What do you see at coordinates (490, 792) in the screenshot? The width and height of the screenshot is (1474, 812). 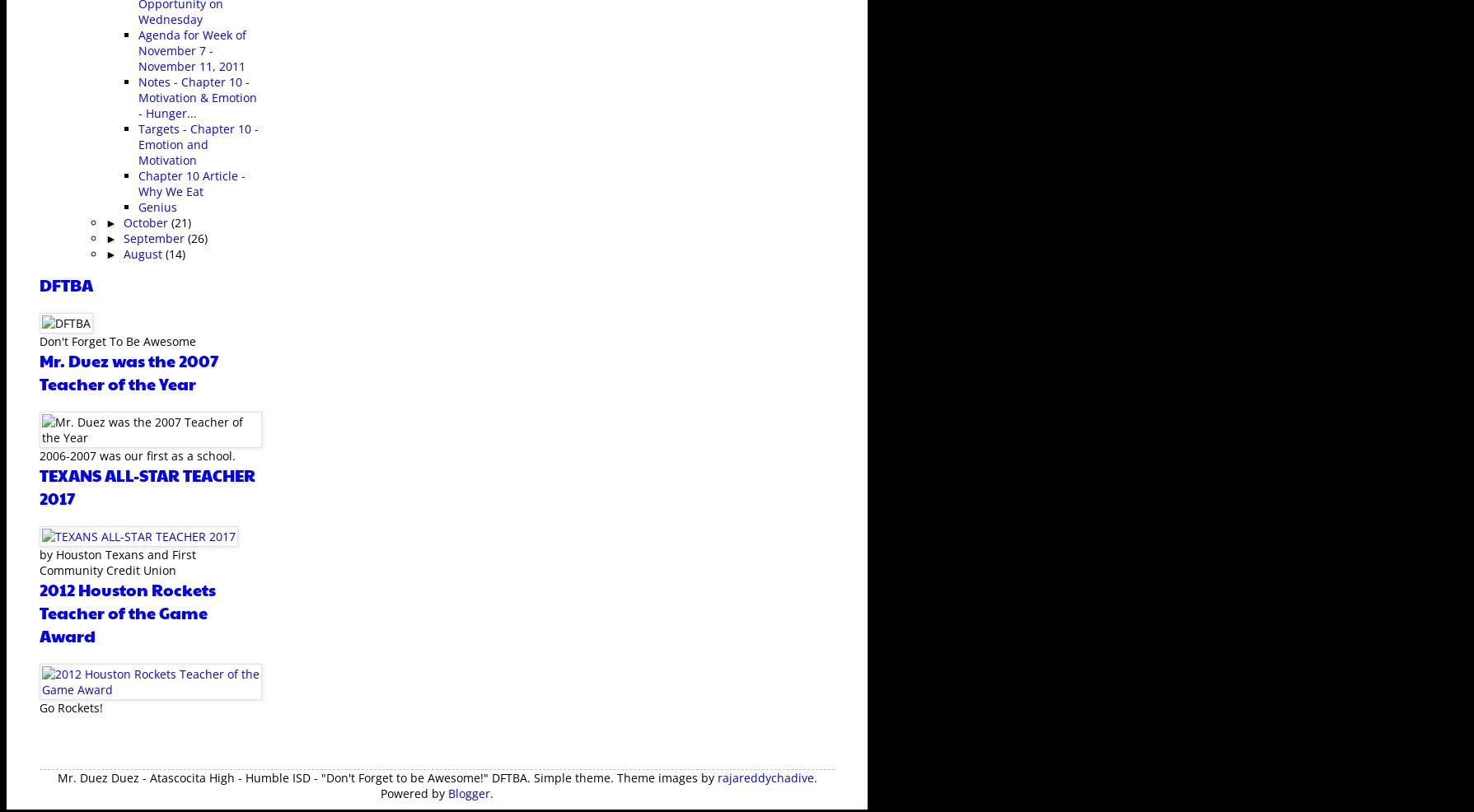 I see `'.'` at bounding box center [490, 792].